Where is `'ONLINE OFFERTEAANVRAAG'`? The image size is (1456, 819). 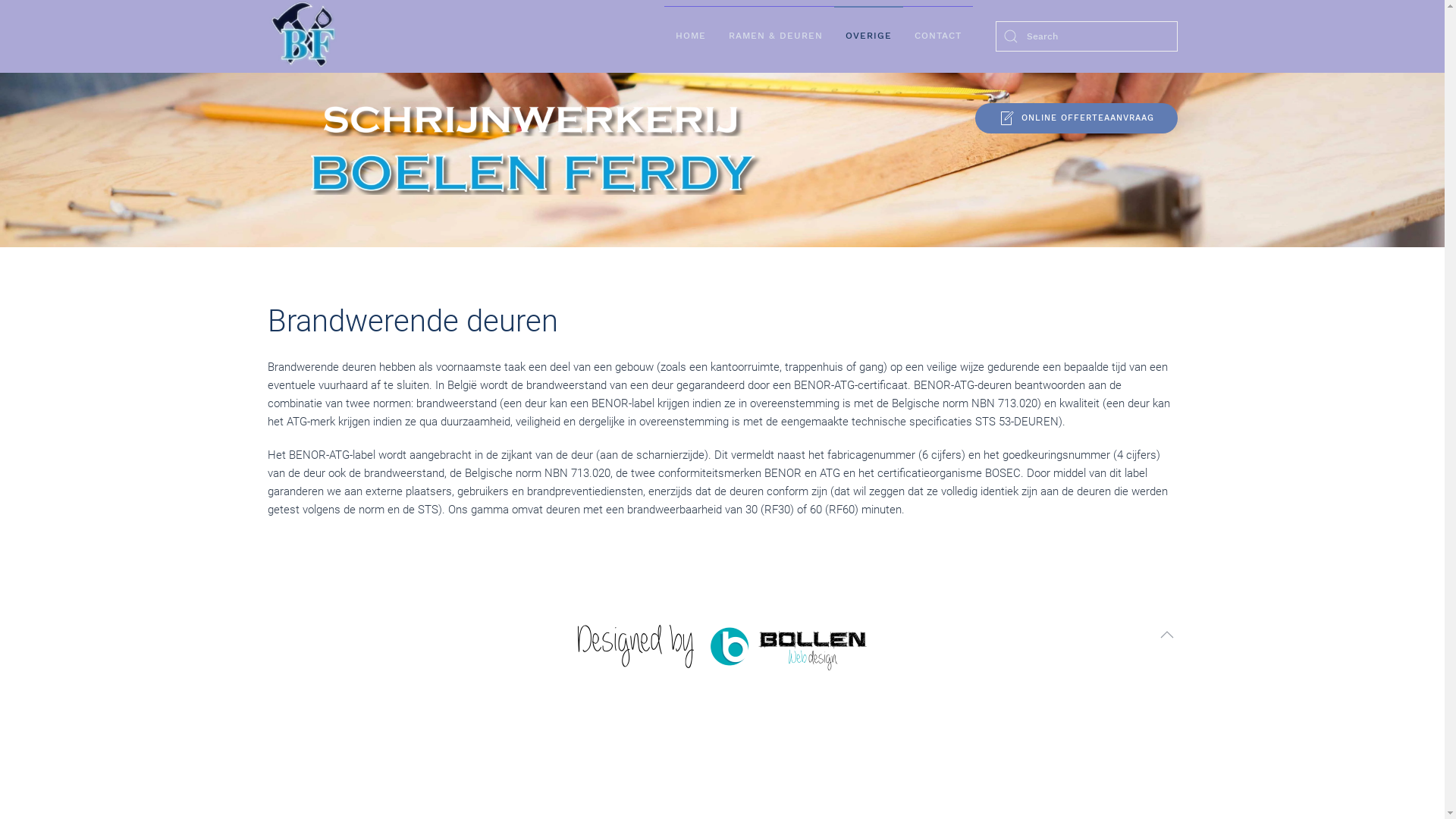 'ONLINE OFFERTEAANVRAAG' is located at coordinates (1075, 117).